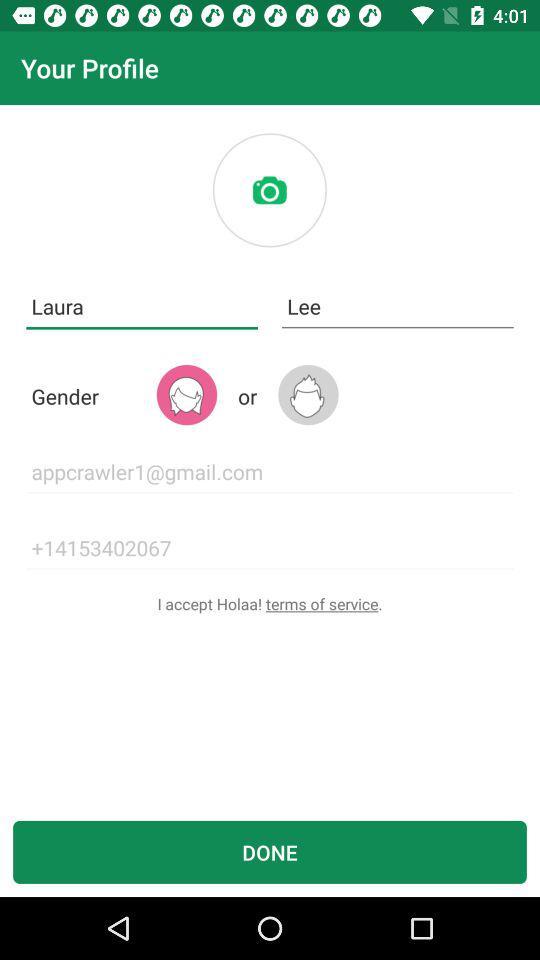  Describe the element at coordinates (186, 394) in the screenshot. I see `icon above the appcrawler1@gmail.com item` at that location.